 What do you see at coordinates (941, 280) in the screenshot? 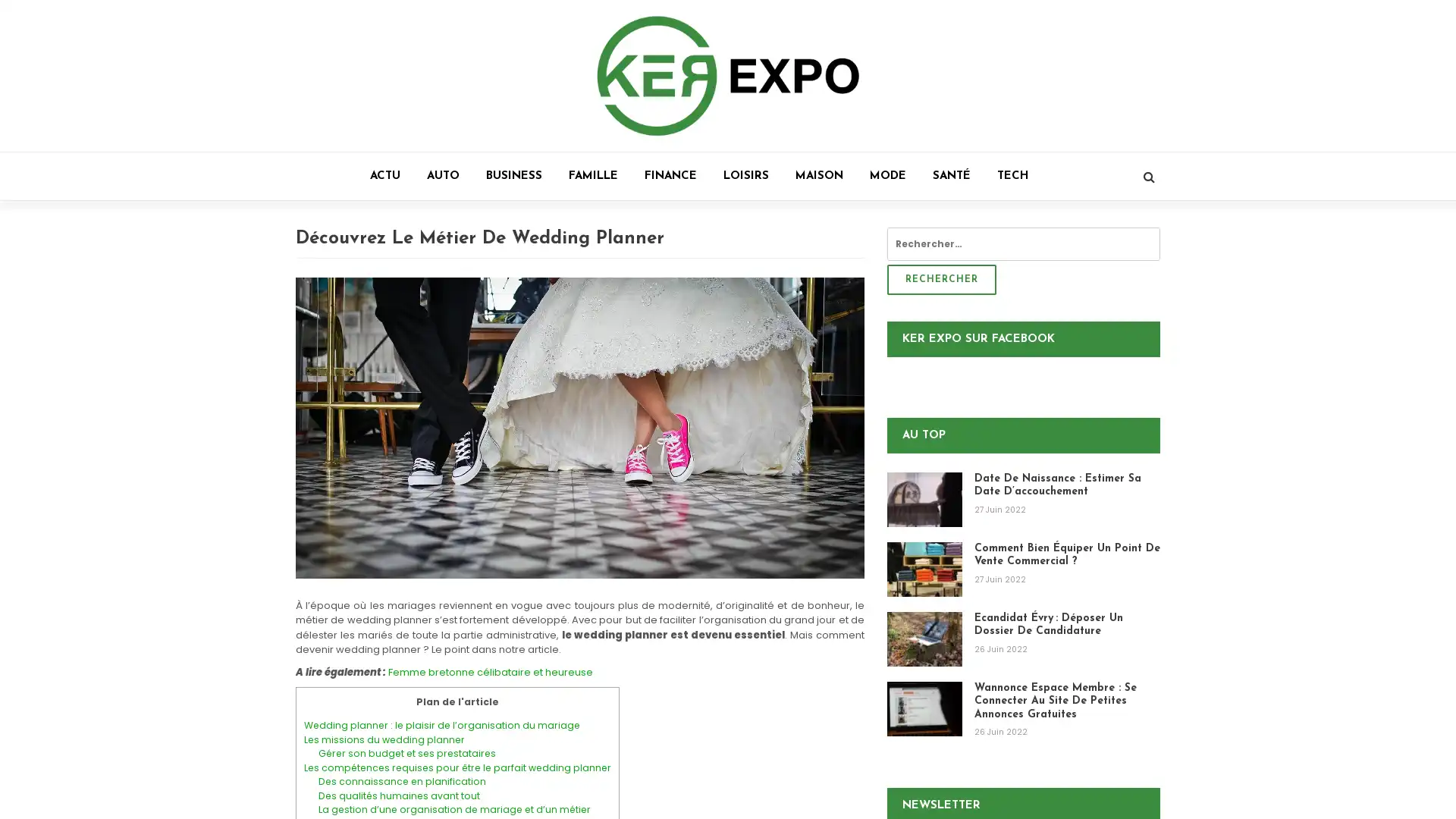
I see `Rechercher` at bounding box center [941, 280].